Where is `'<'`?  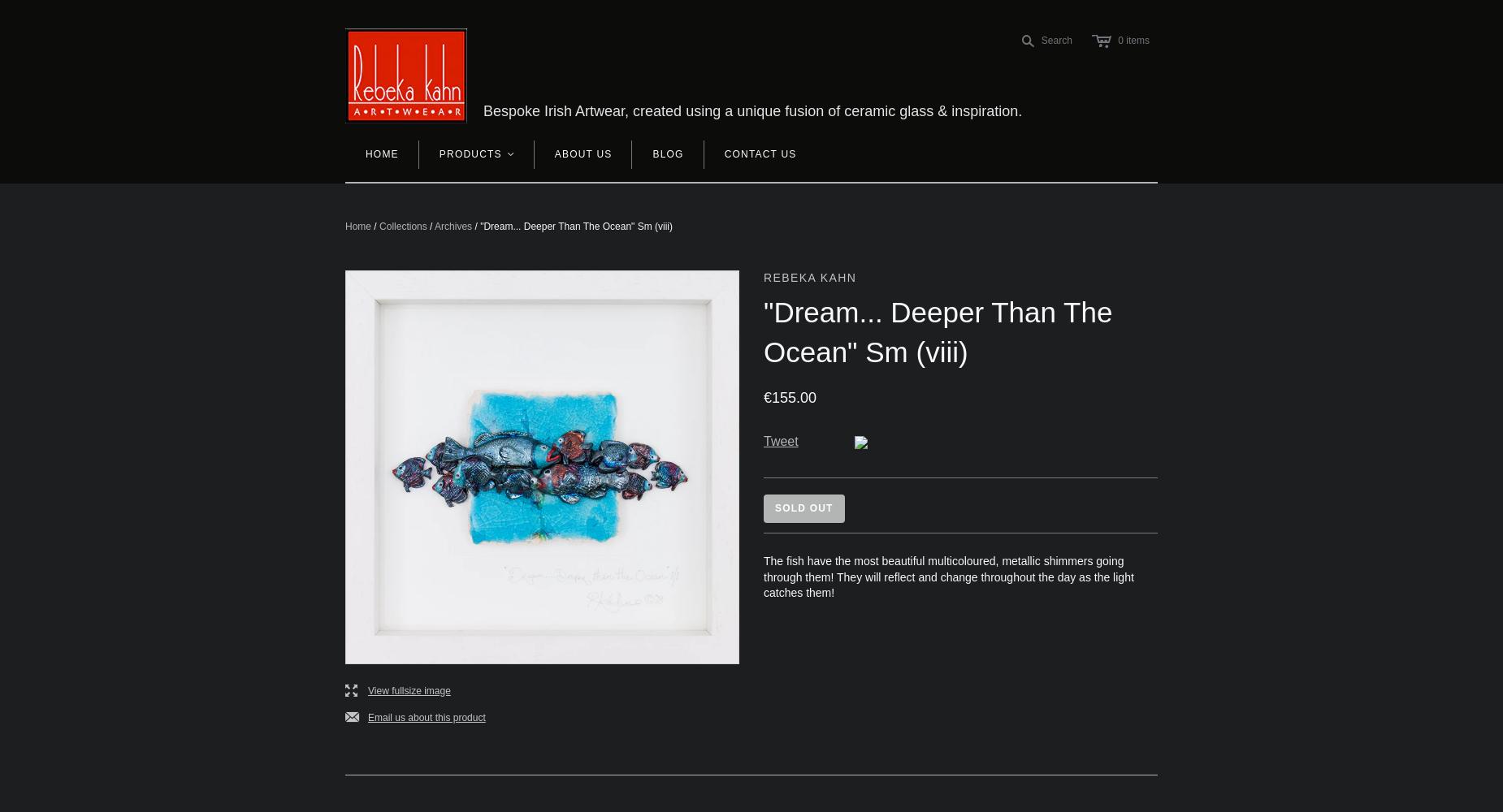 '<' is located at coordinates (510, 153).